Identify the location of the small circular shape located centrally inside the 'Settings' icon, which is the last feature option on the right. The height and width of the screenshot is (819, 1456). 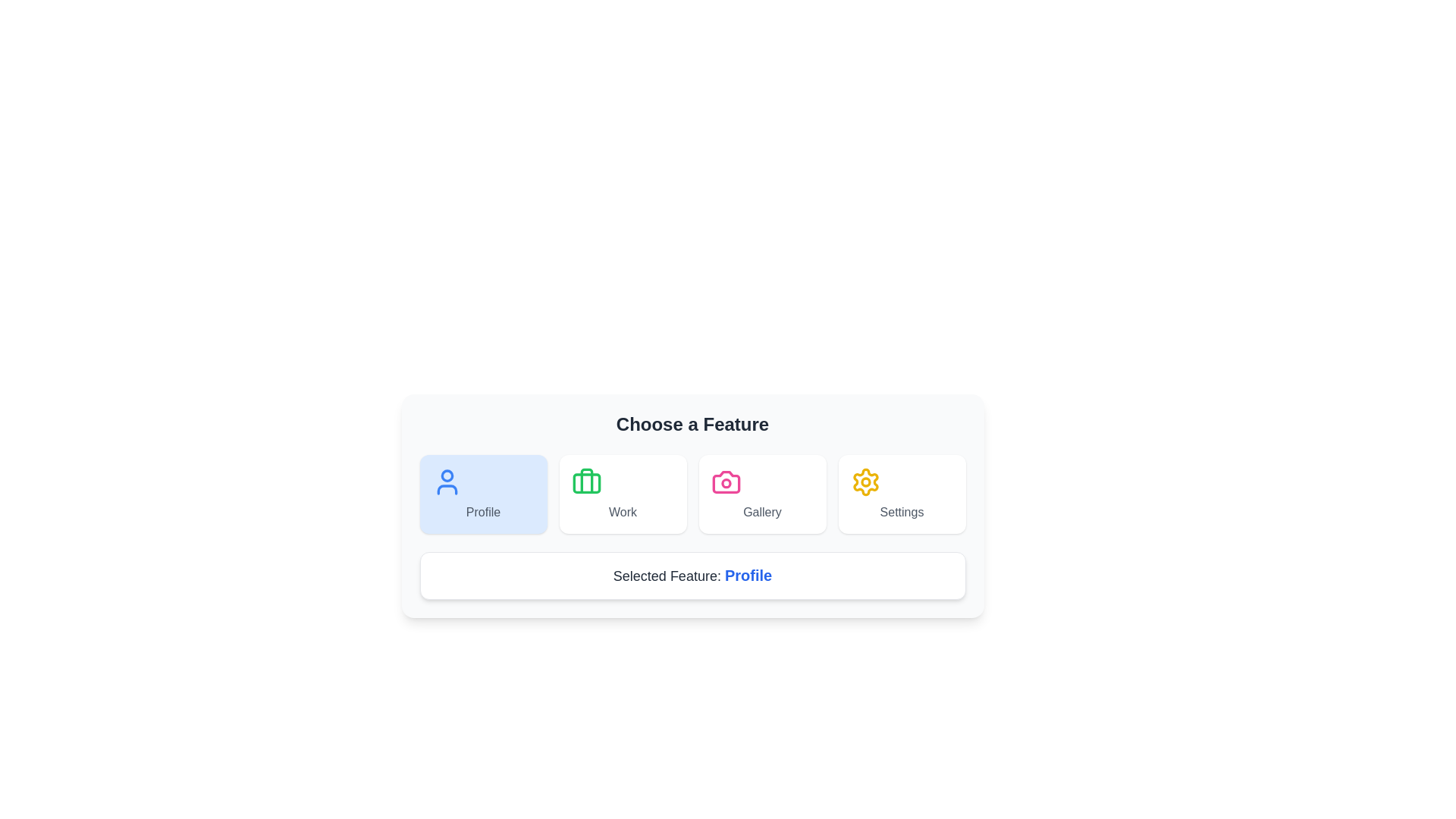
(865, 482).